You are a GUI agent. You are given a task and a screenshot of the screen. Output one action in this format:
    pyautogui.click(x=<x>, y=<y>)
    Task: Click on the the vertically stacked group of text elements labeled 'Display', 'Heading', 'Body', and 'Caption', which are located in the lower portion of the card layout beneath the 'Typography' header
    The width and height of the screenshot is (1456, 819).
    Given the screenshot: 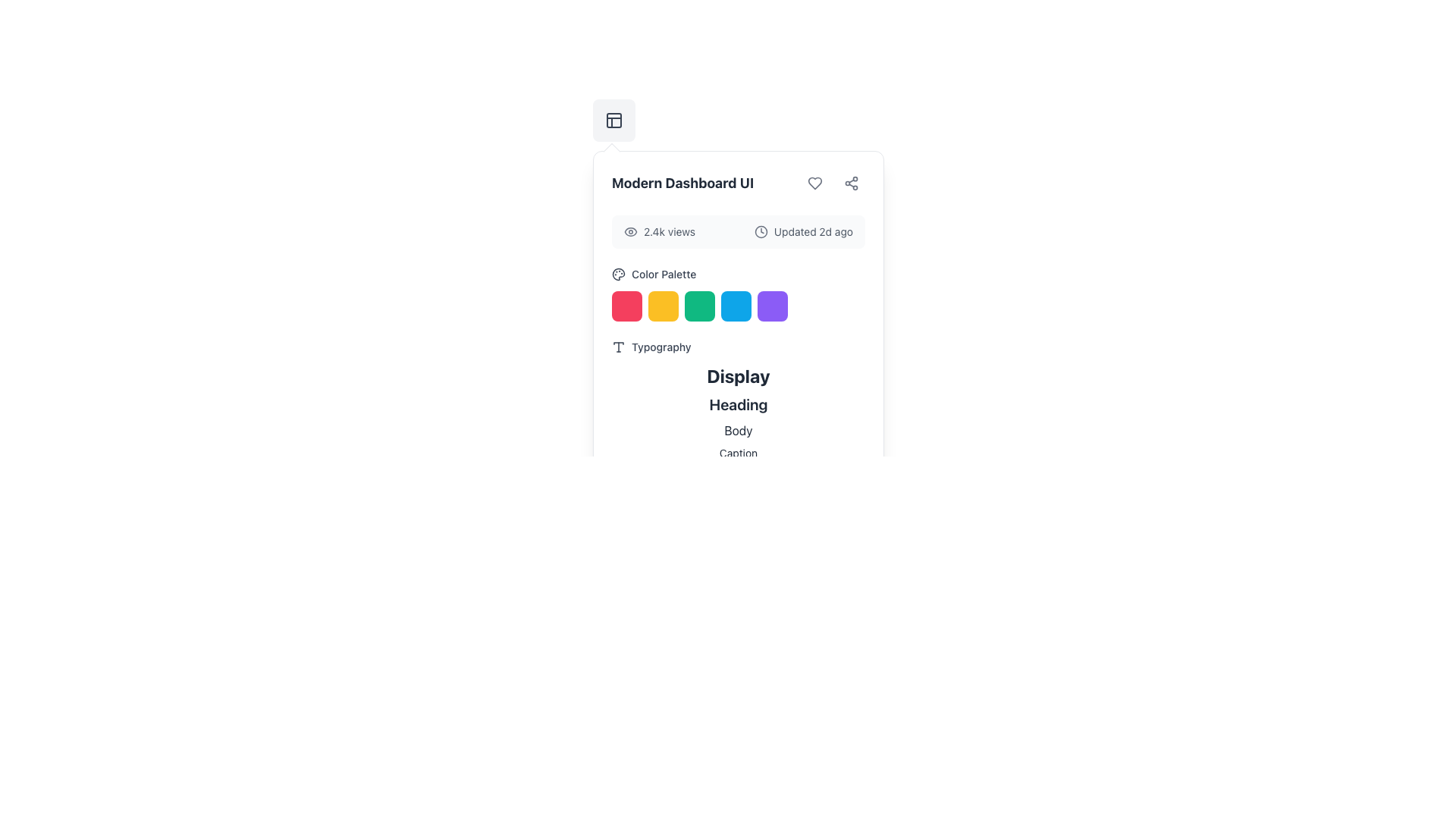 What is the action you would take?
    pyautogui.click(x=739, y=412)
    